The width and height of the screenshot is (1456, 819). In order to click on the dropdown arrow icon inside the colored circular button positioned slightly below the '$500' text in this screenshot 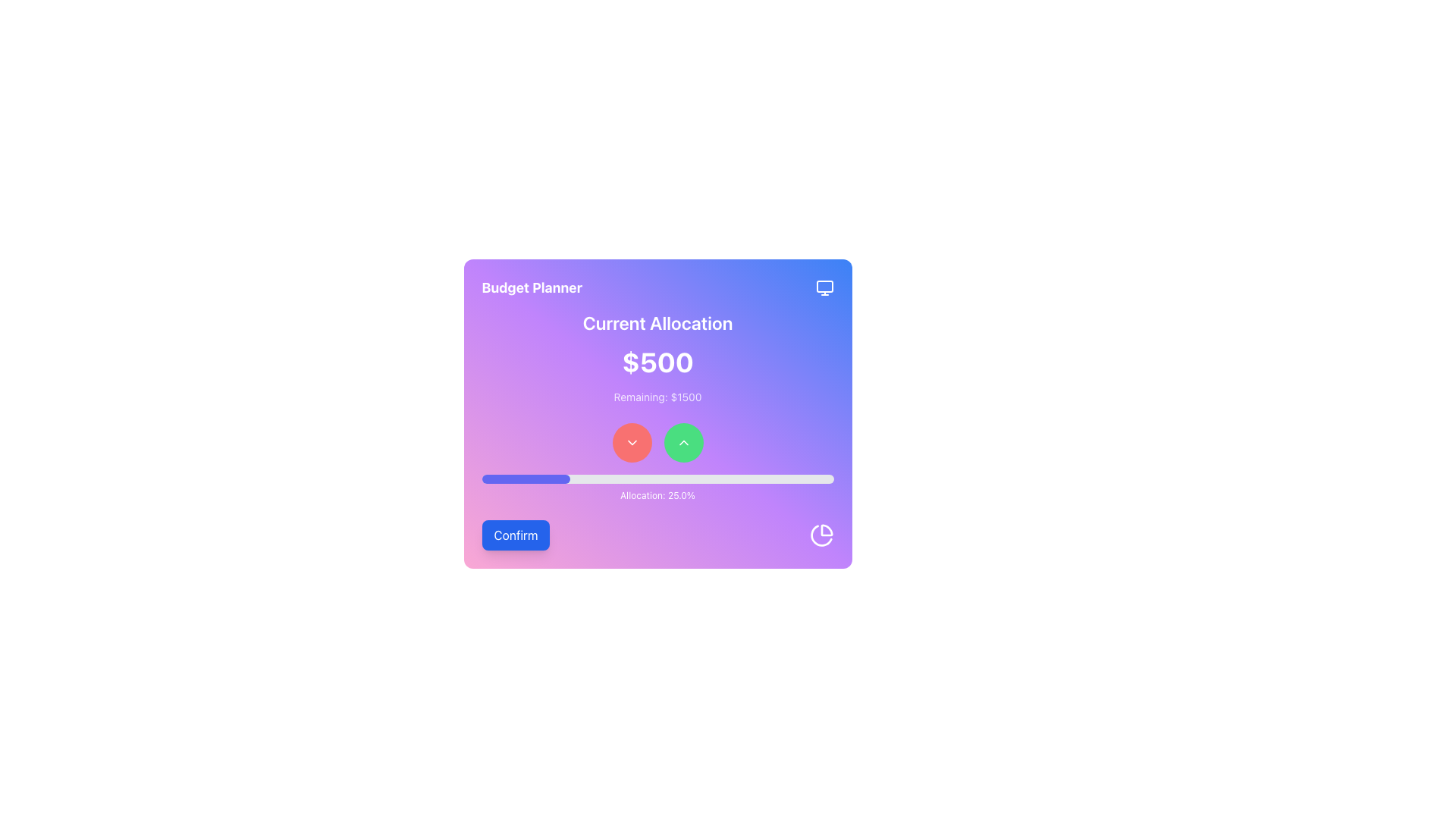, I will do `click(632, 442)`.